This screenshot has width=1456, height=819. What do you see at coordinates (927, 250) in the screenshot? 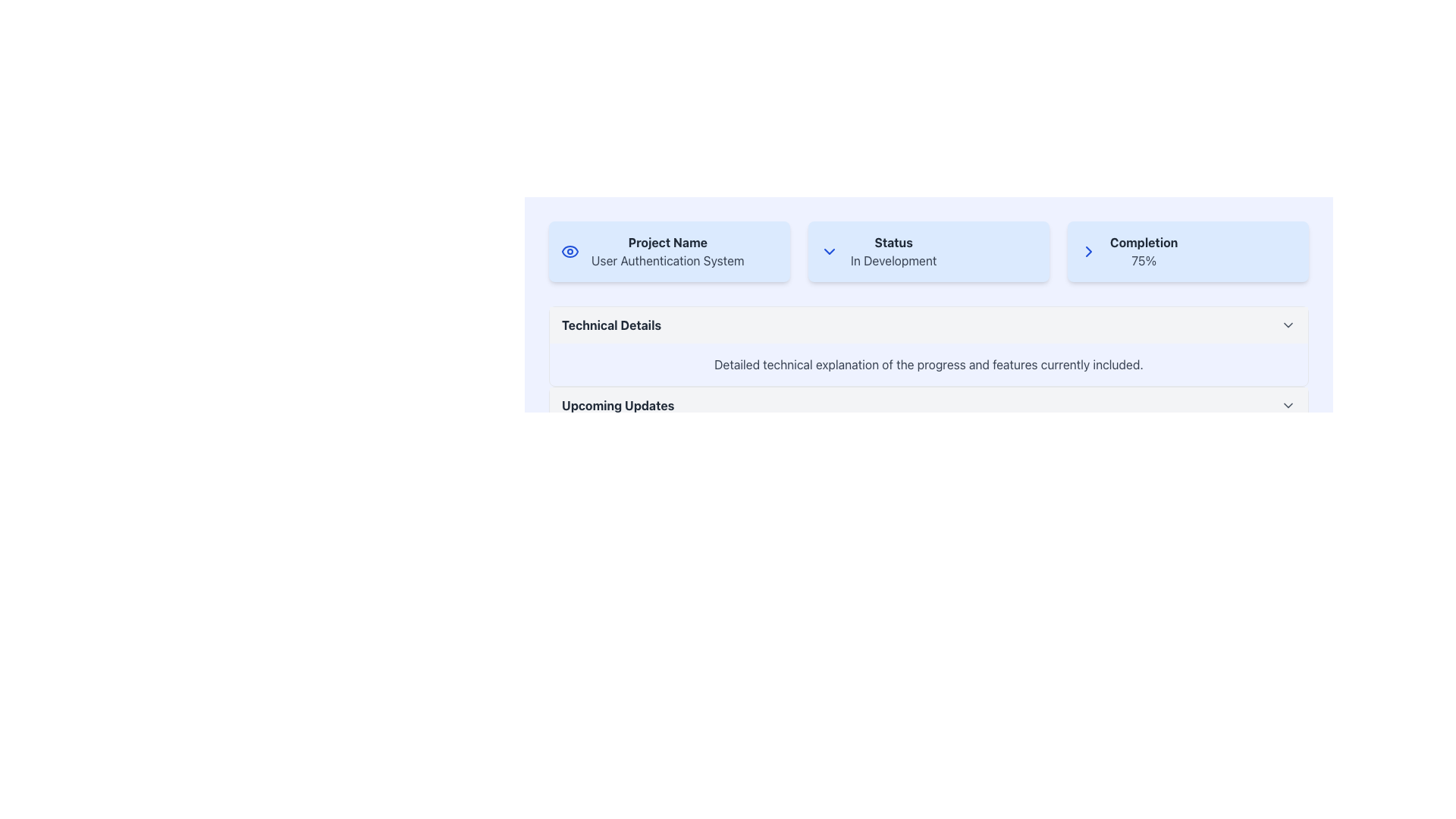
I see `the Text Display with Icon that shows the current status of a project or task, positioned centrally in a three-column layout between 'Project Name' and 'Completion'` at bounding box center [927, 250].